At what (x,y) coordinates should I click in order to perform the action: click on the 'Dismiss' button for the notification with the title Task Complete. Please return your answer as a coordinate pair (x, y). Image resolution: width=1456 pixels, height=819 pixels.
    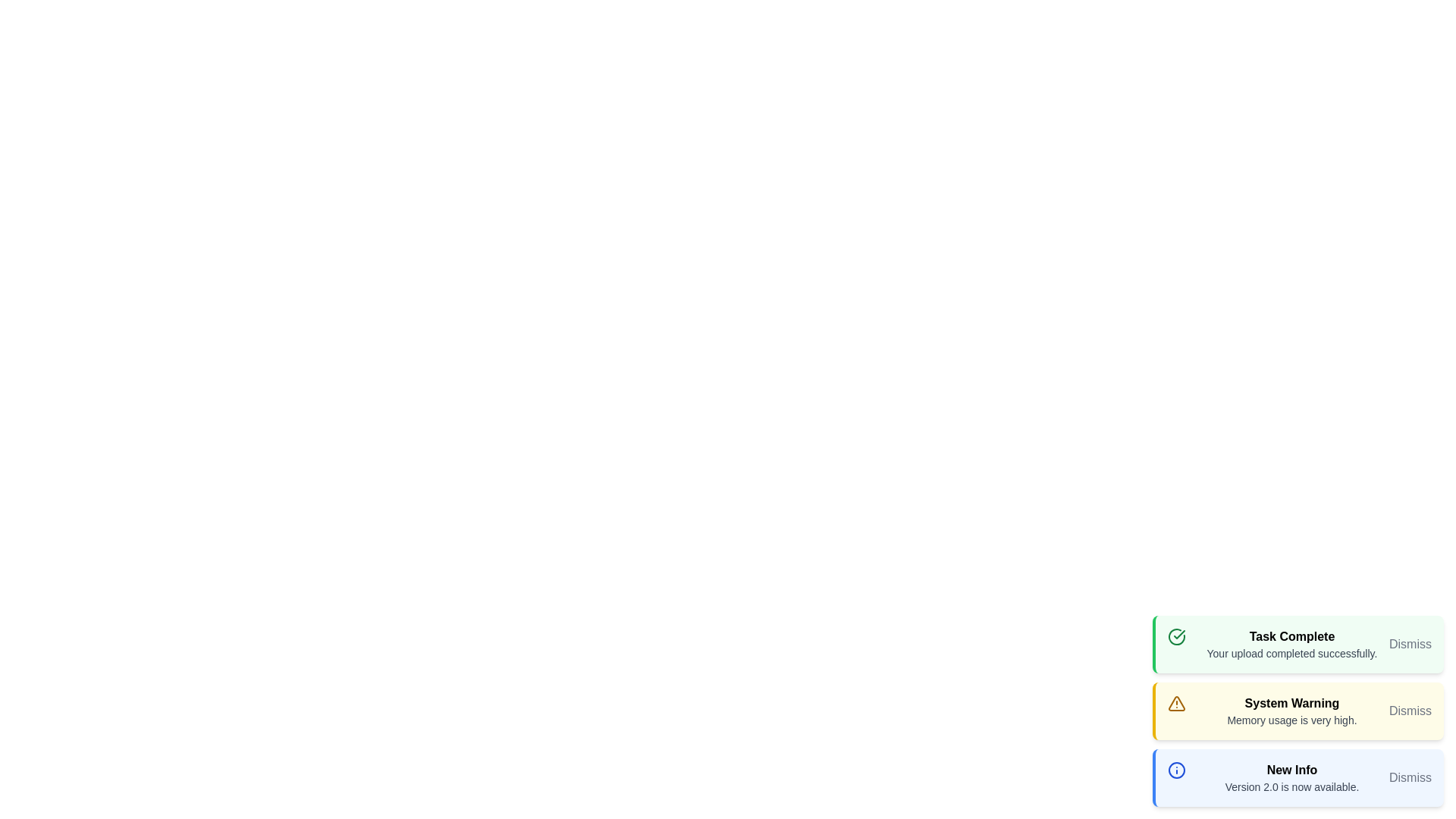
    Looking at the image, I should click on (1410, 644).